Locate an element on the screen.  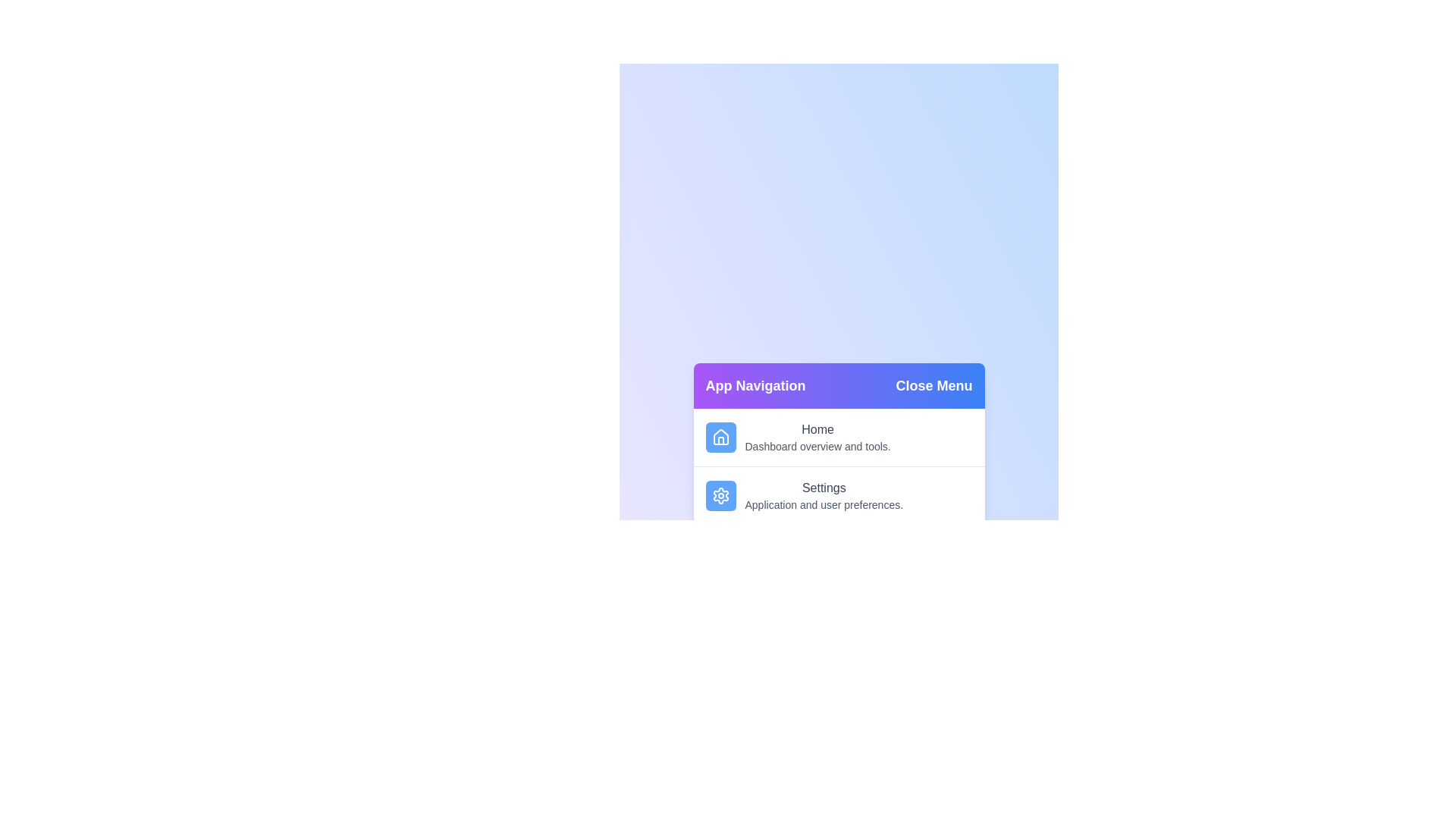
the menu item labeled 'Home' to observe its hover effect is located at coordinates (838, 438).